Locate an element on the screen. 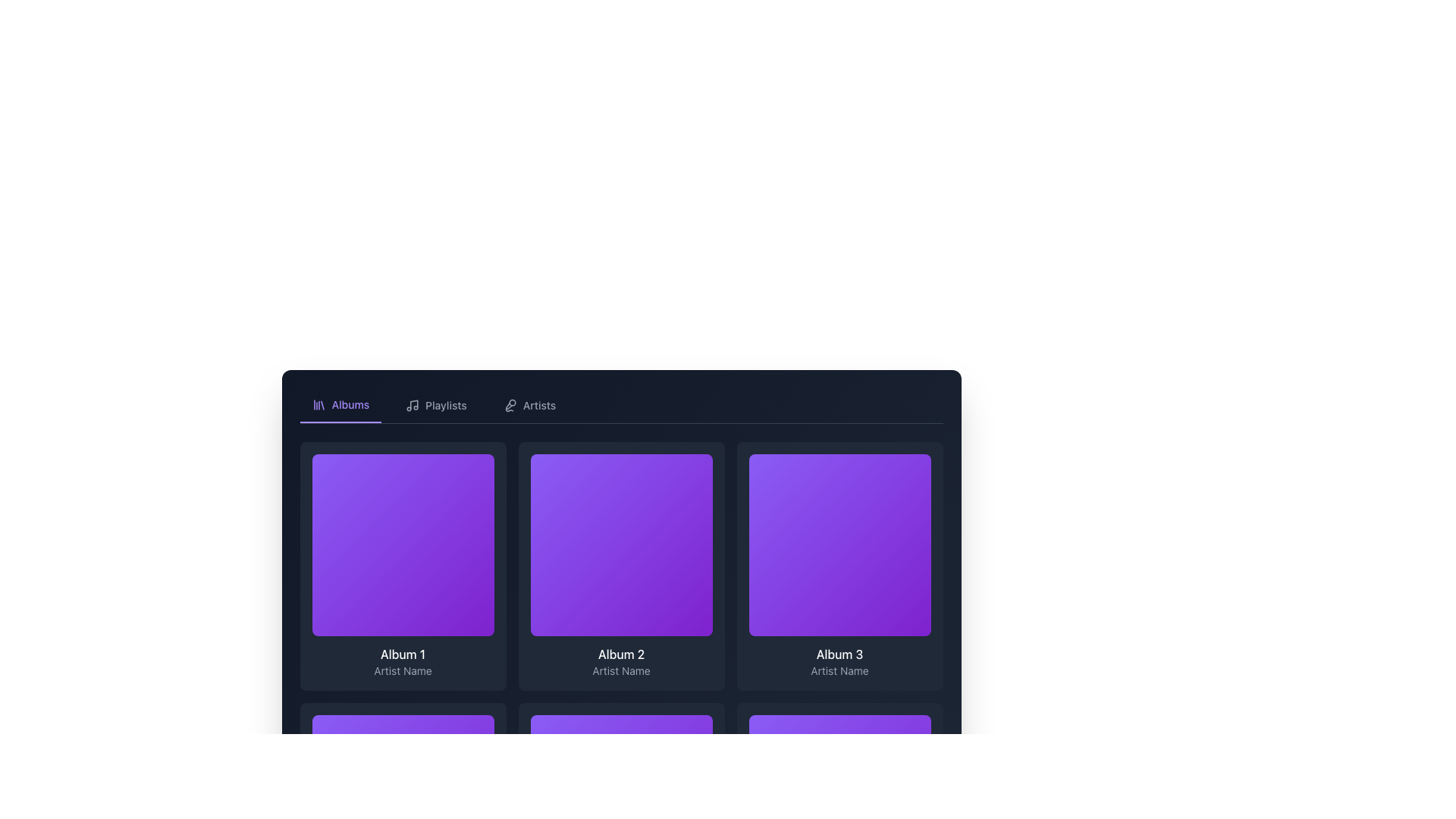  the Card-like UI component representing 'Album 3' in the grid layout, which is the third item in the first row is located at coordinates (839, 566).